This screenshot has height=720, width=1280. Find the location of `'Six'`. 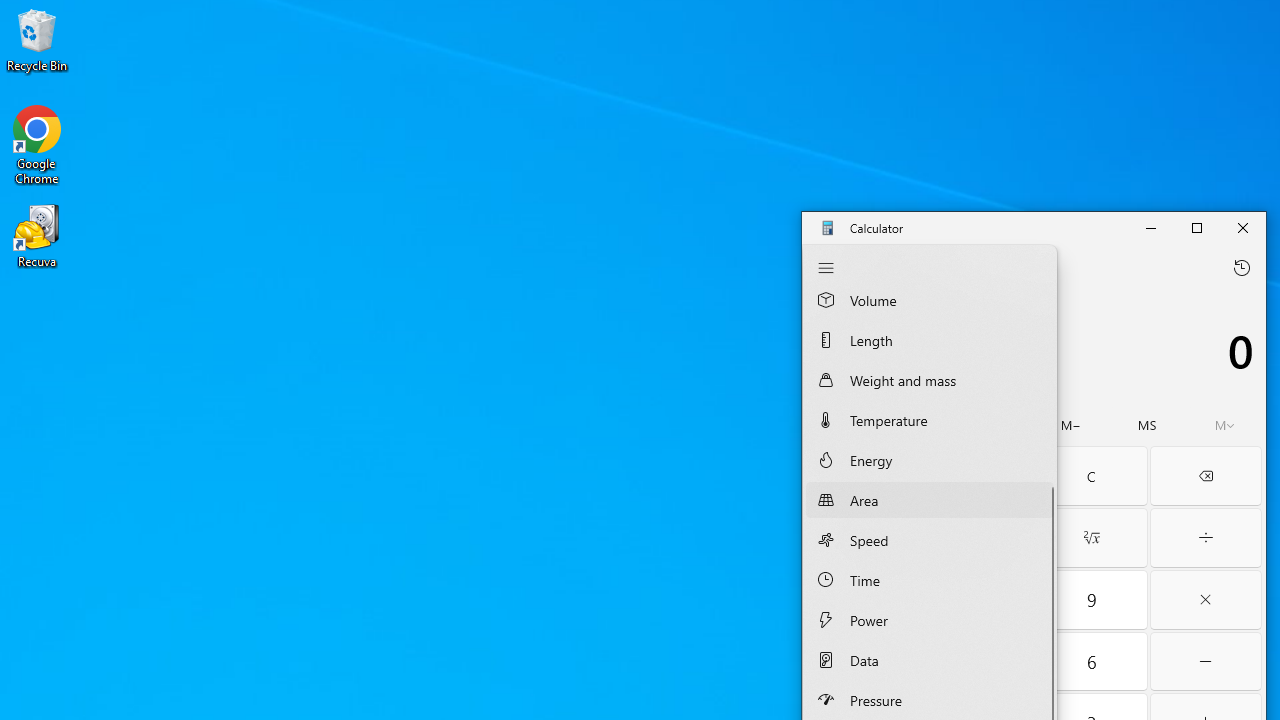

'Six' is located at coordinates (1090, 661).